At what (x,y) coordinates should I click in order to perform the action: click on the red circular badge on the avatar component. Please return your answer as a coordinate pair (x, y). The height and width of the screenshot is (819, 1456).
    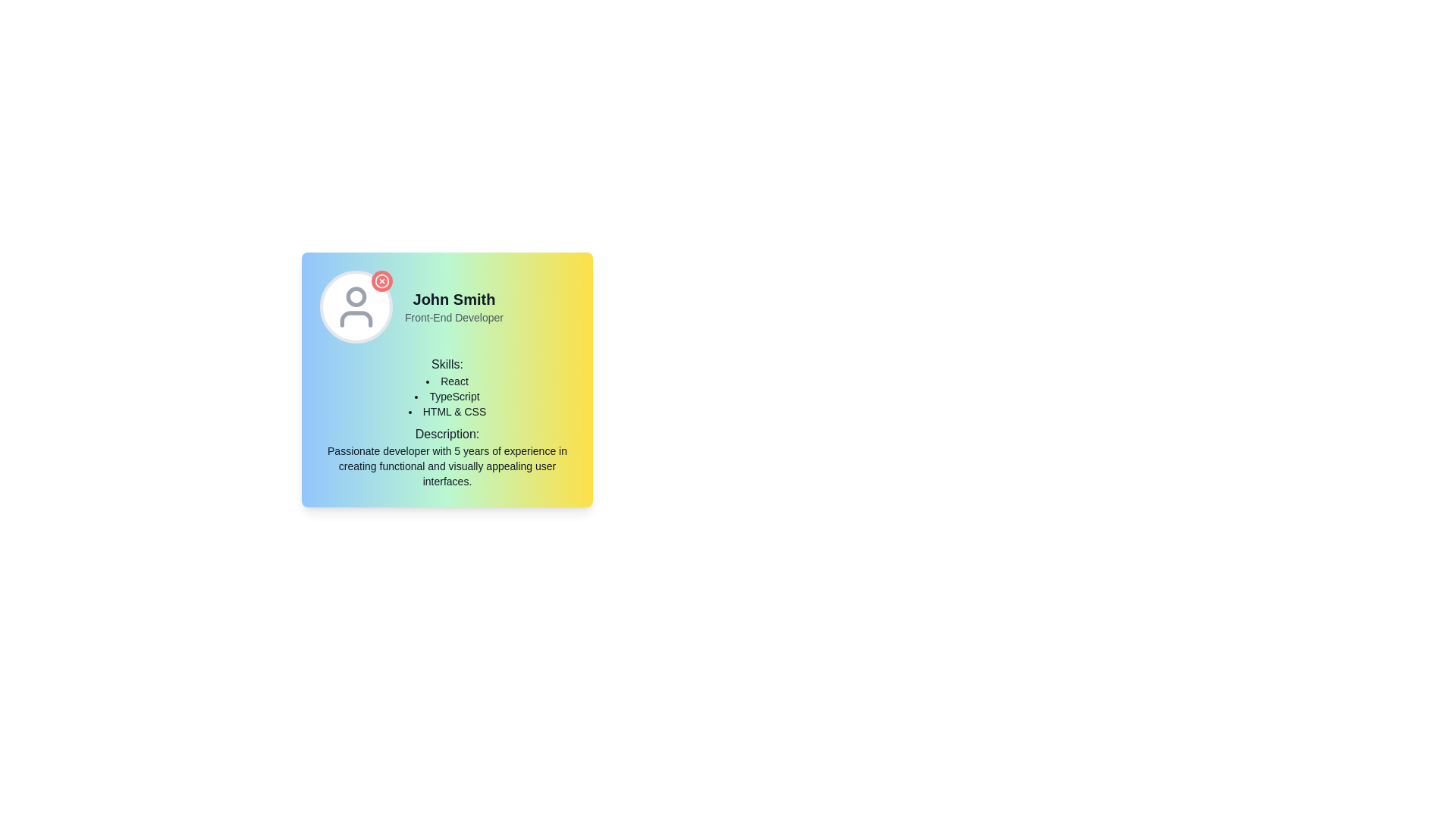
    Looking at the image, I should click on (356, 307).